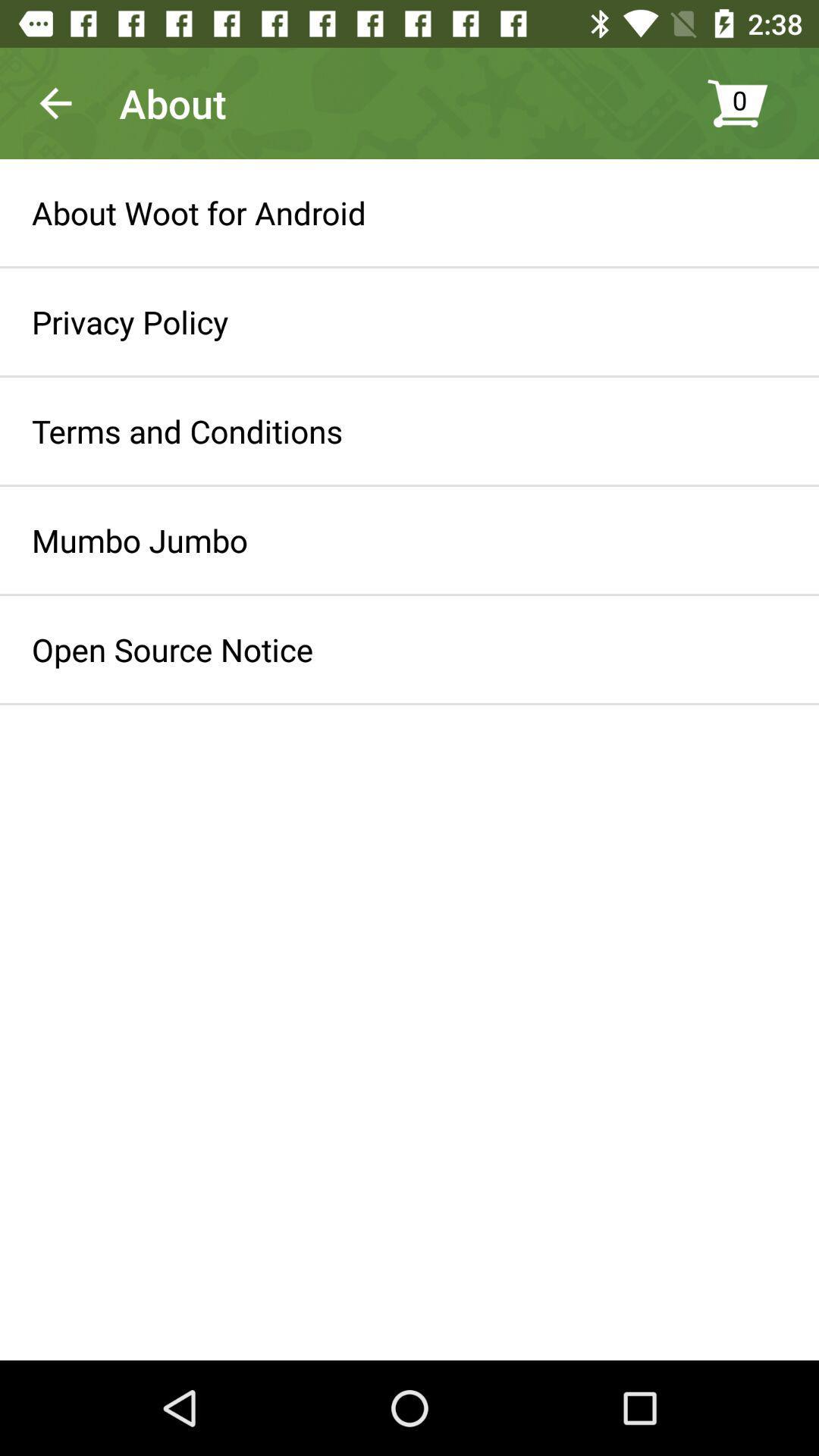 Image resolution: width=819 pixels, height=1456 pixels. What do you see at coordinates (755, 102) in the screenshot?
I see `0 item` at bounding box center [755, 102].